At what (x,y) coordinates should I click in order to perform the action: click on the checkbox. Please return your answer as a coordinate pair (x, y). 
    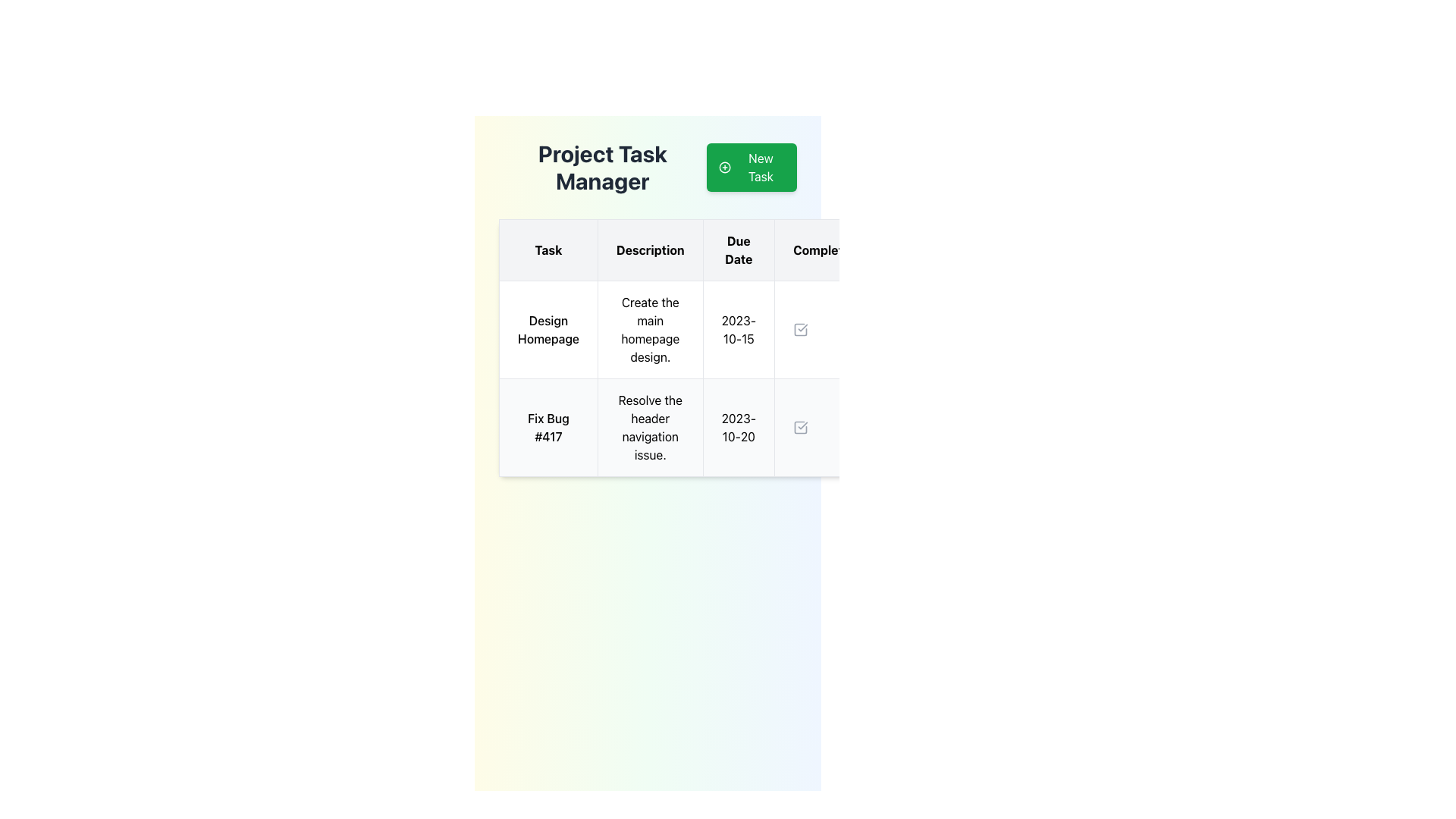
    Looking at the image, I should click on (800, 329).